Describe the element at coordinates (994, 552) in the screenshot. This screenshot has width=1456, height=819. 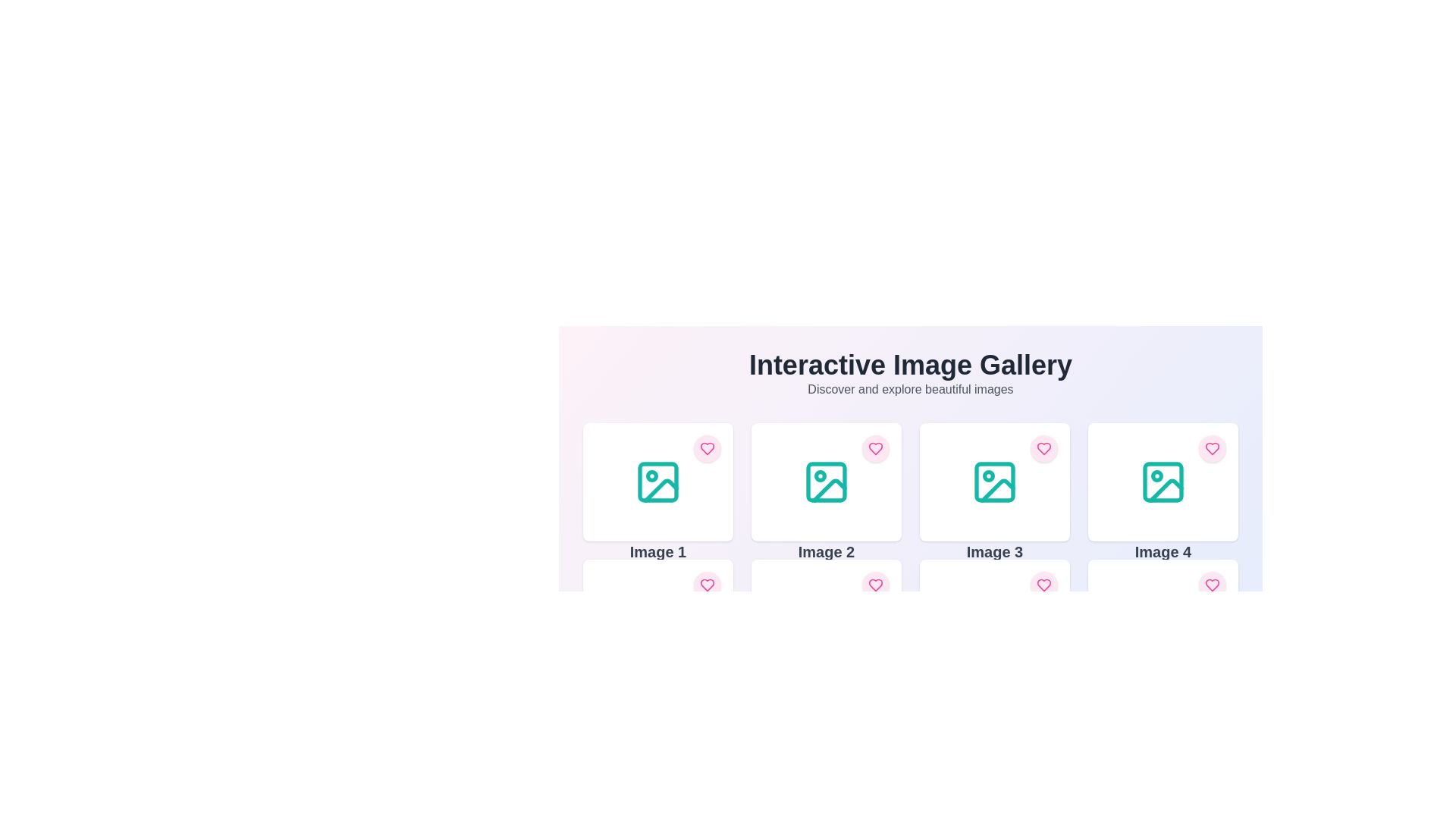
I see `text label that says 'Image 3', which is positioned below the image thumbnail in the third card of a horizontally arranged grid` at that location.